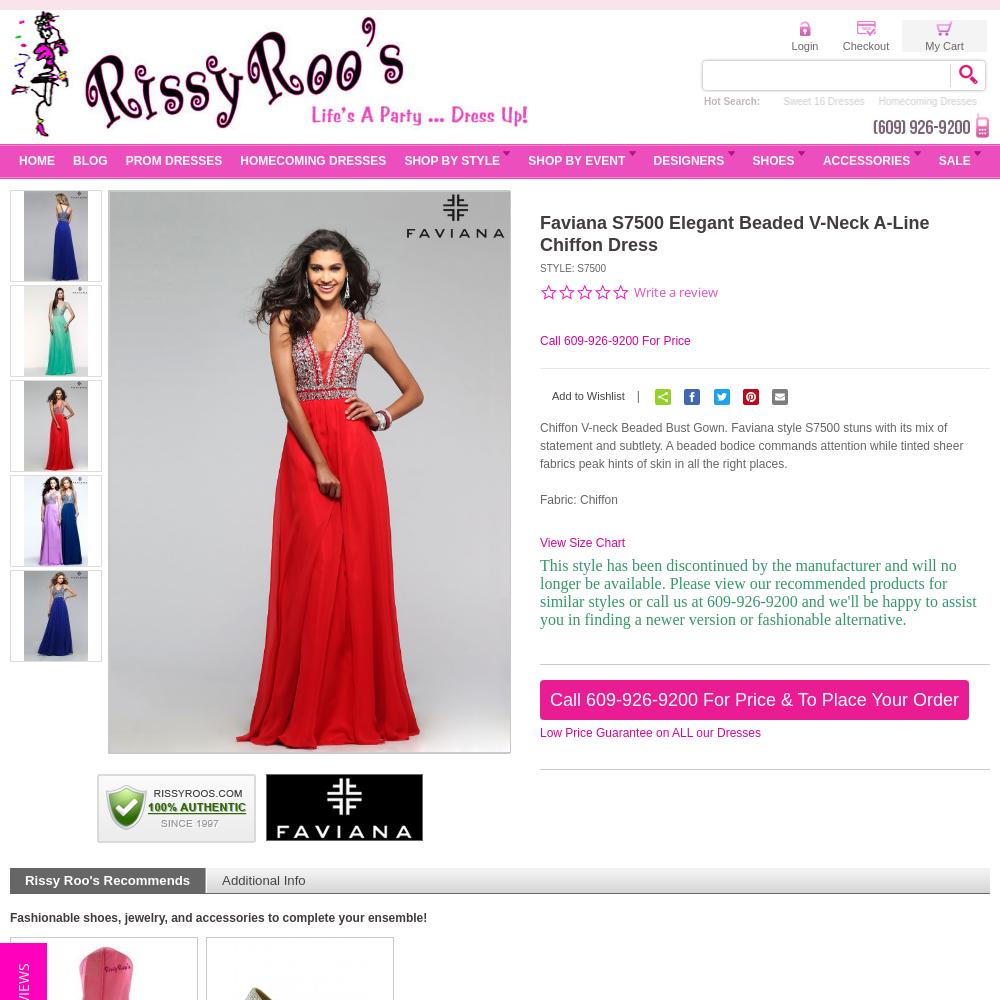 The width and height of the screenshot is (1000, 1000). I want to click on 'Sale Dresses', so click(728, 100).